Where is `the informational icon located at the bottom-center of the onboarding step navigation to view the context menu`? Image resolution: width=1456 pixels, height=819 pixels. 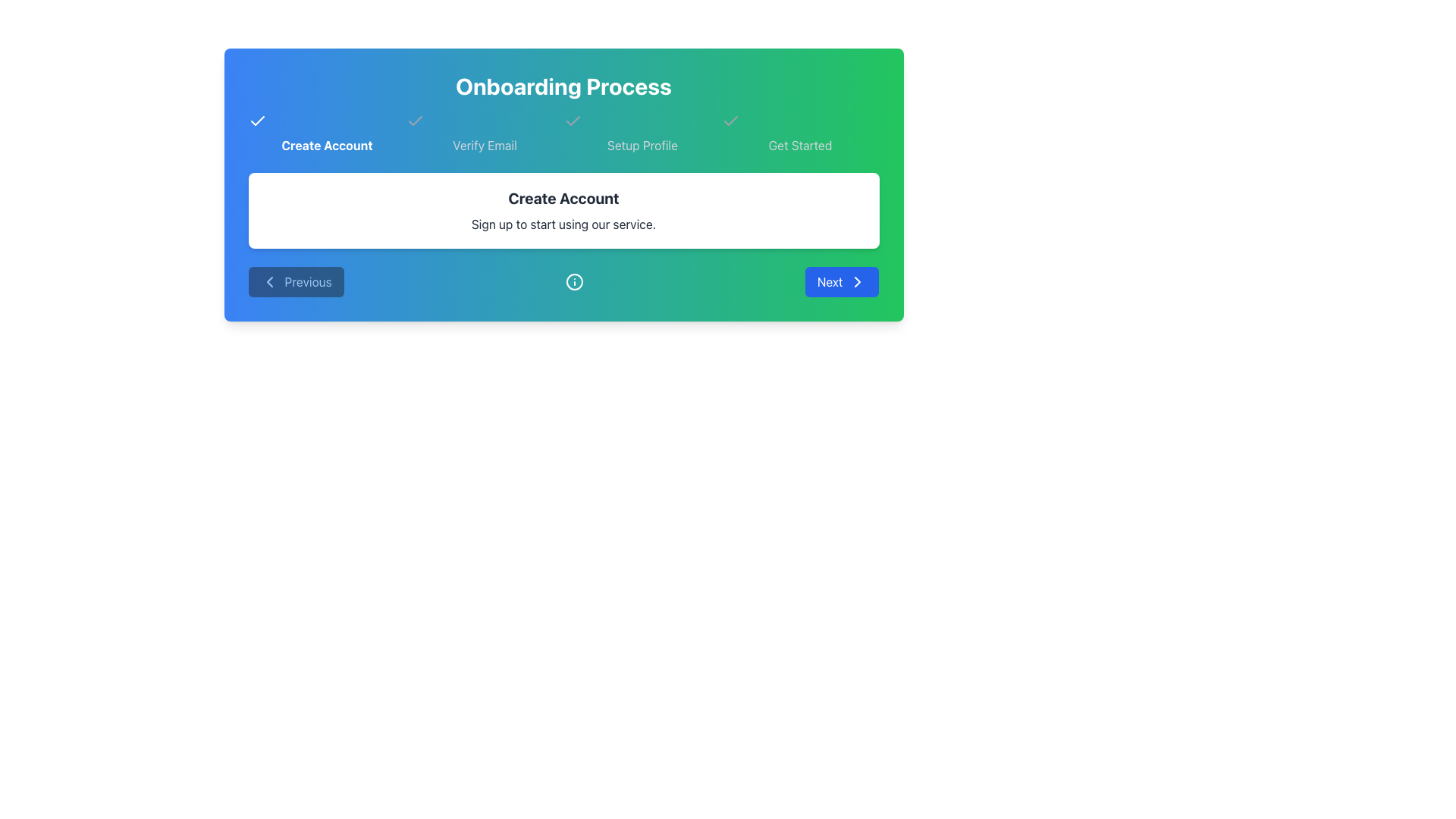 the informational icon located at the bottom-center of the onboarding step navigation to view the context menu is located at coordinates (573, 281).